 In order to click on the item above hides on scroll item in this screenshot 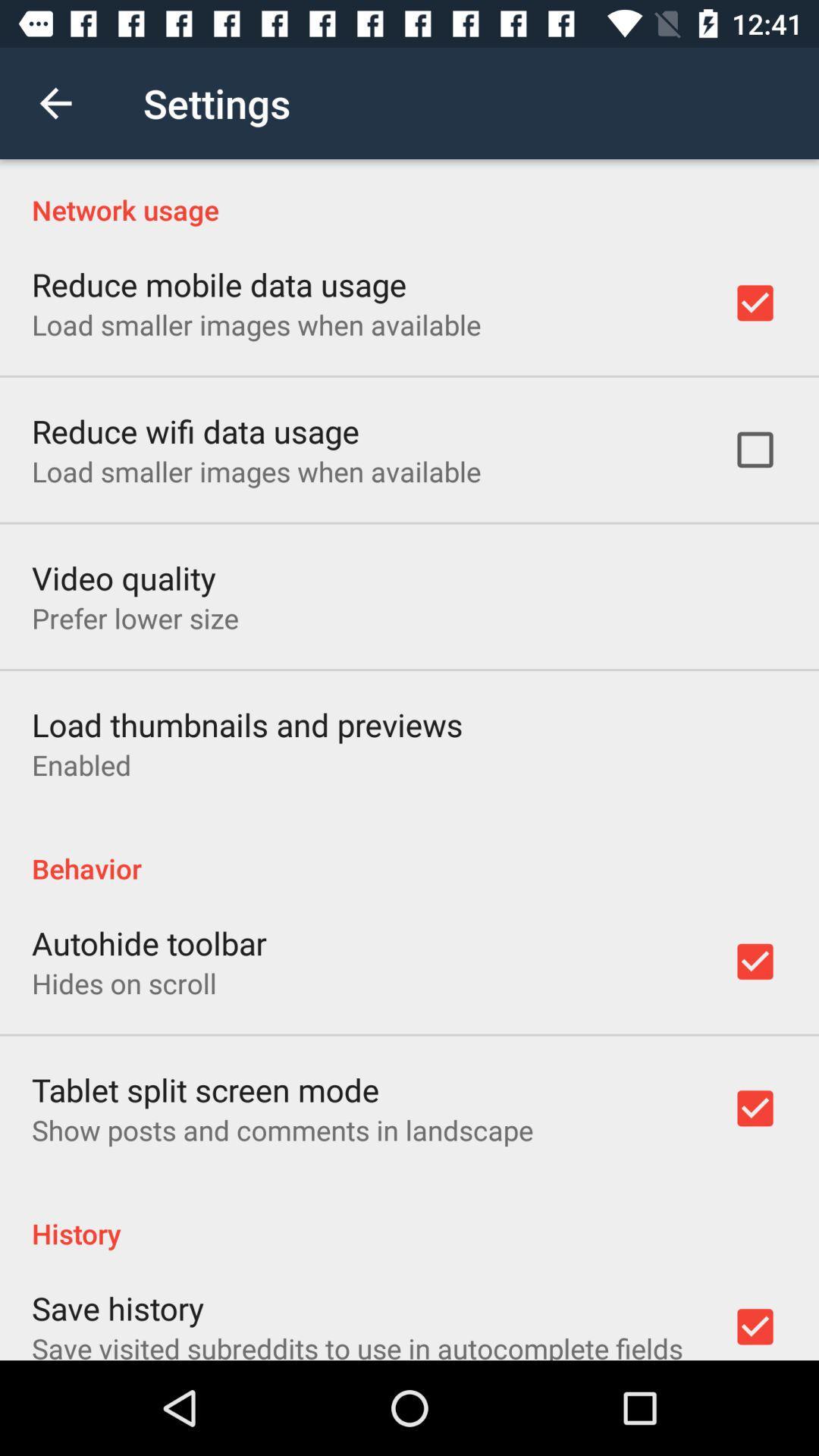, I will do `click(149, 942)`.